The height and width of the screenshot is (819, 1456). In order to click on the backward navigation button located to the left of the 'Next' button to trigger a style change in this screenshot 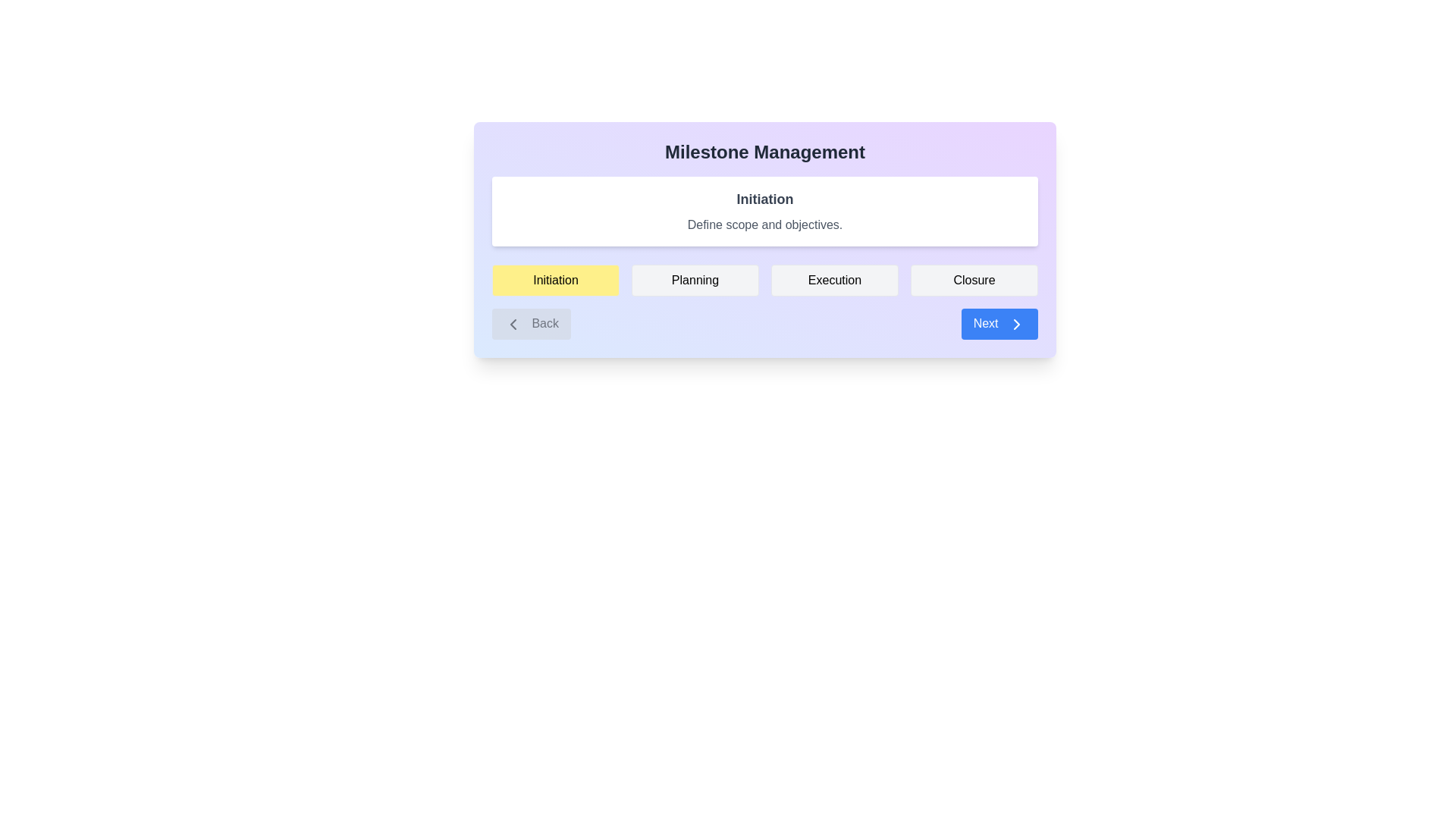, I will do `click(531, 323)`.